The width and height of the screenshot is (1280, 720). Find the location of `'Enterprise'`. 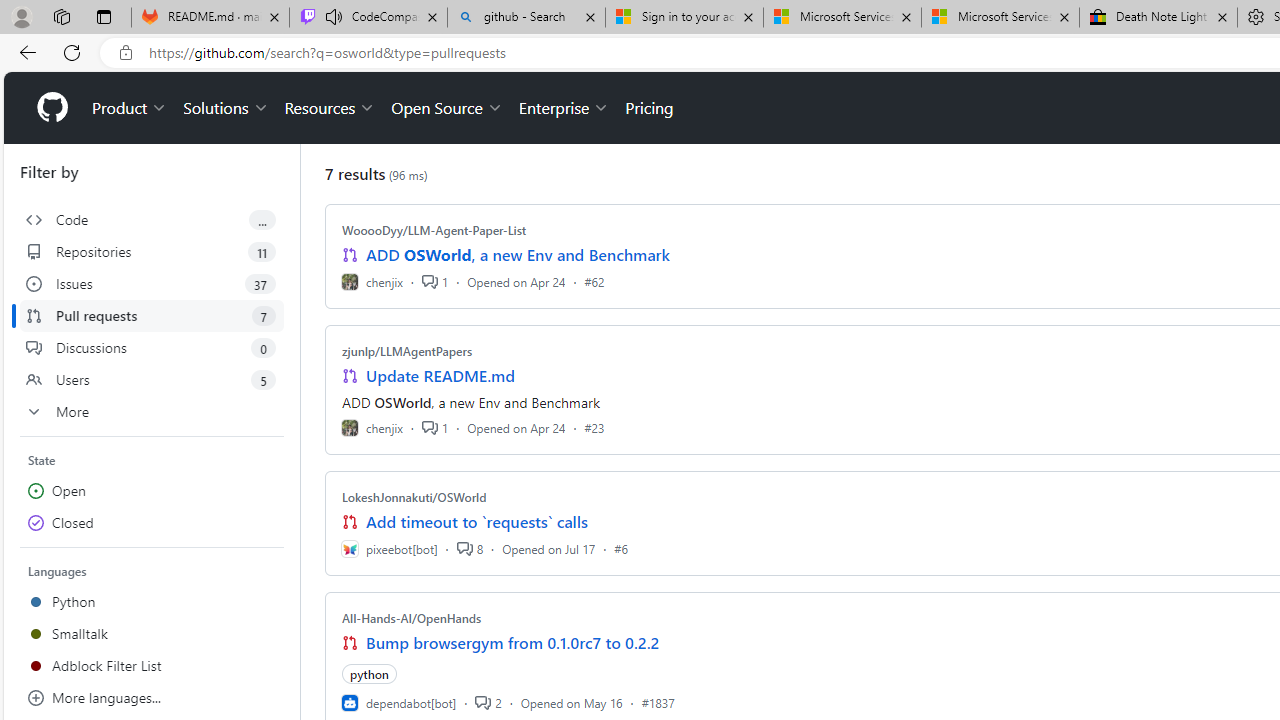

'Enterprise' is located at coordinates (562, 108).